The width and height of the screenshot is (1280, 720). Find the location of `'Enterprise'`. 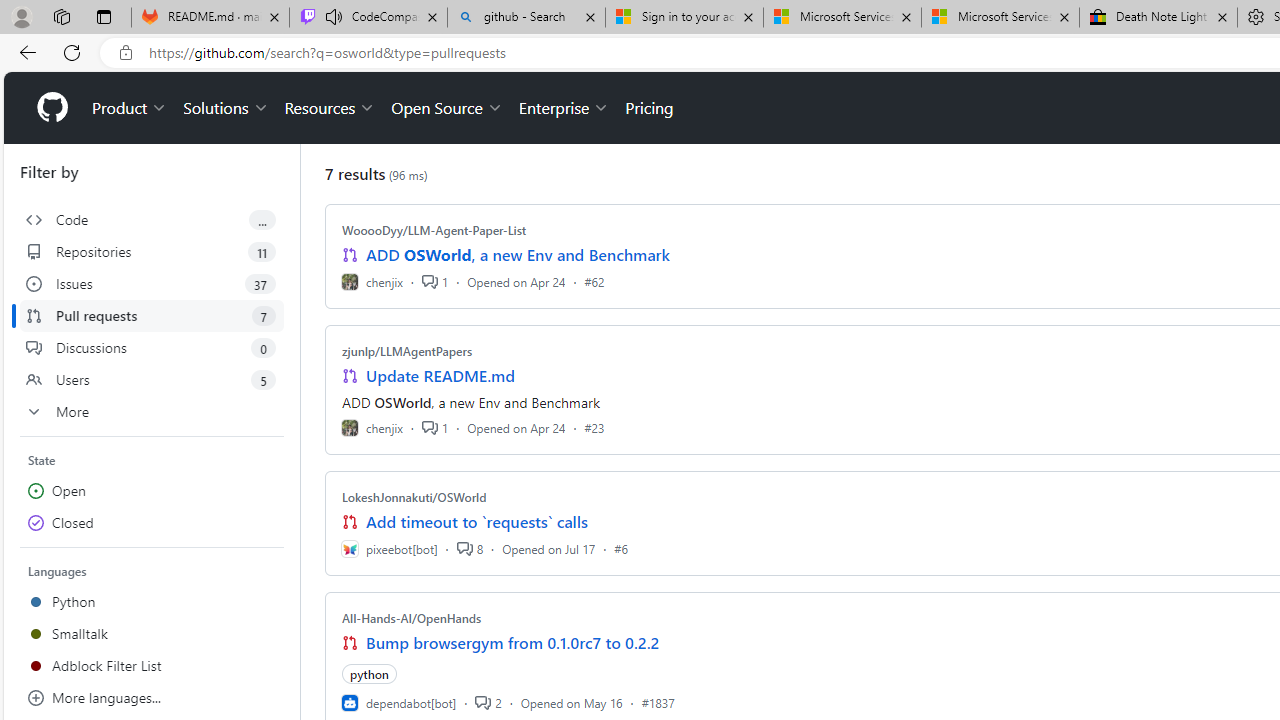

'Enterprise' is located at coordinates (562, 108).